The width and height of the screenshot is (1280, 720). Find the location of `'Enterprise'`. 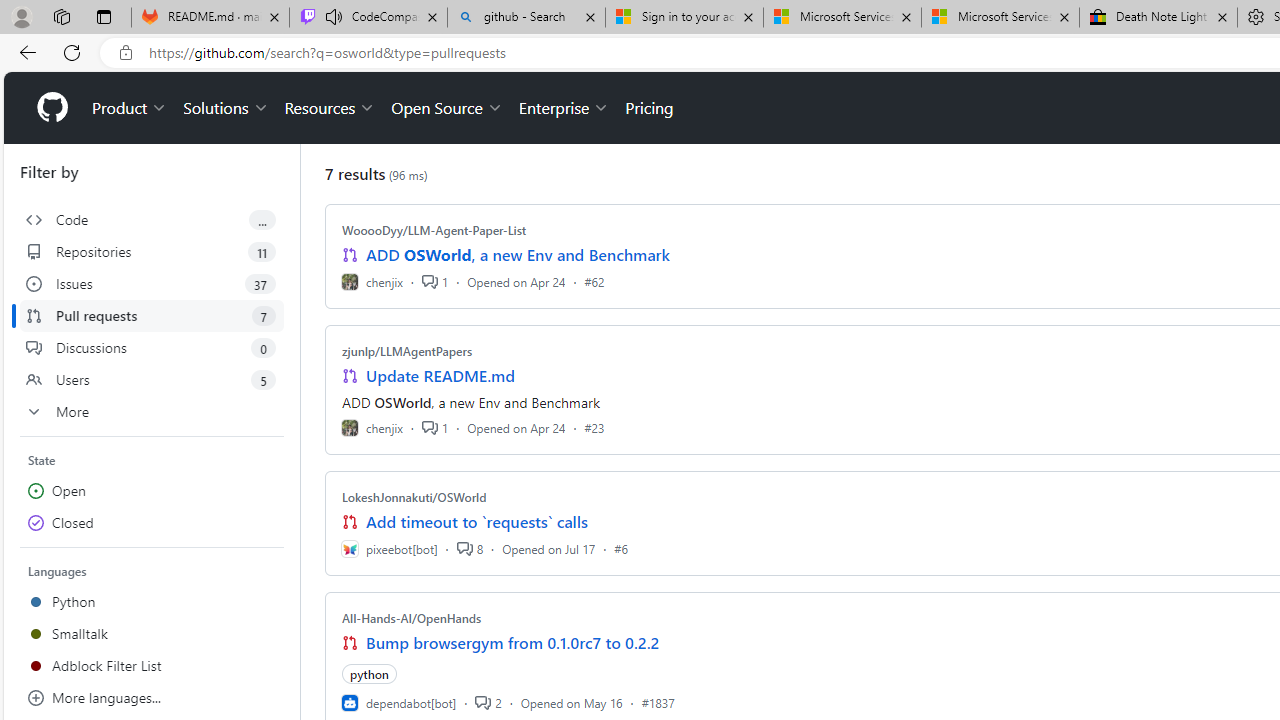

'Enterprise' is located at coordinates (562, 108).